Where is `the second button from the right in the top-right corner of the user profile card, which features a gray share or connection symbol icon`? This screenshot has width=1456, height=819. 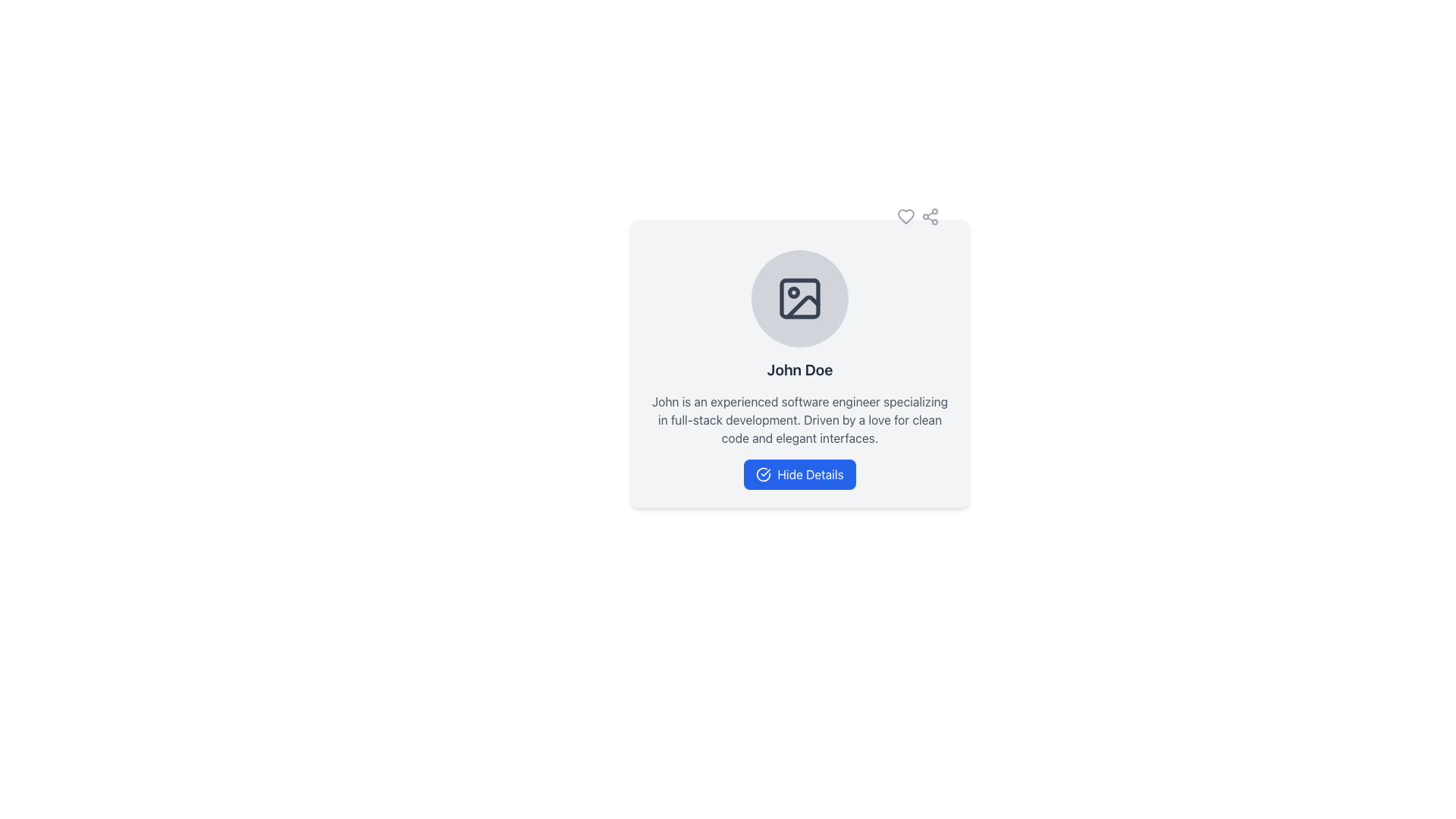
the second button from the right in the top-right corner of the user profile card, which features a gray share or connection symbol icon is located at coordinates (930, 216).